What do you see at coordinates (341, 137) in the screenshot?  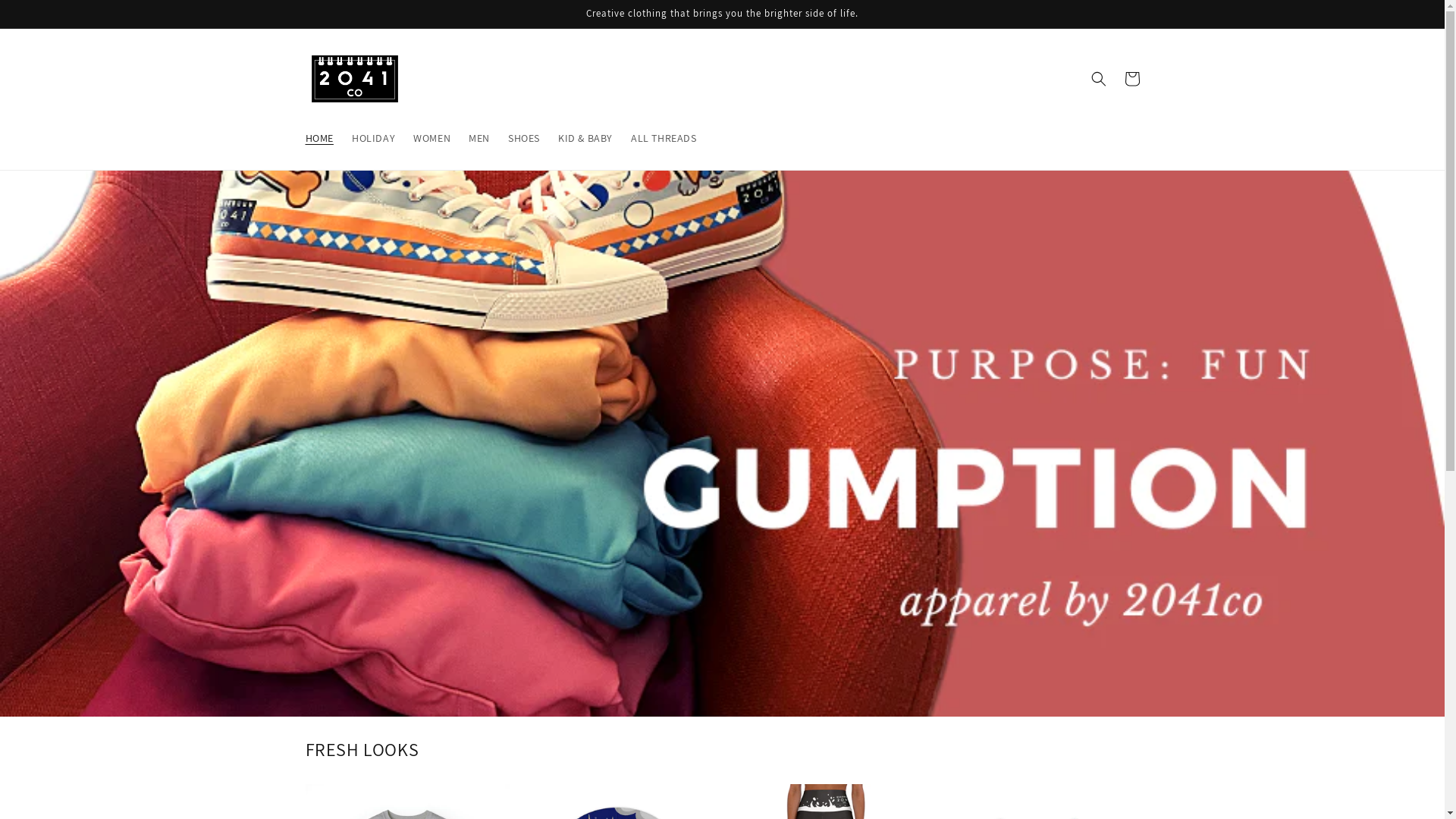 I see `'HOLIDAY'` at bounding box center [341, 137].